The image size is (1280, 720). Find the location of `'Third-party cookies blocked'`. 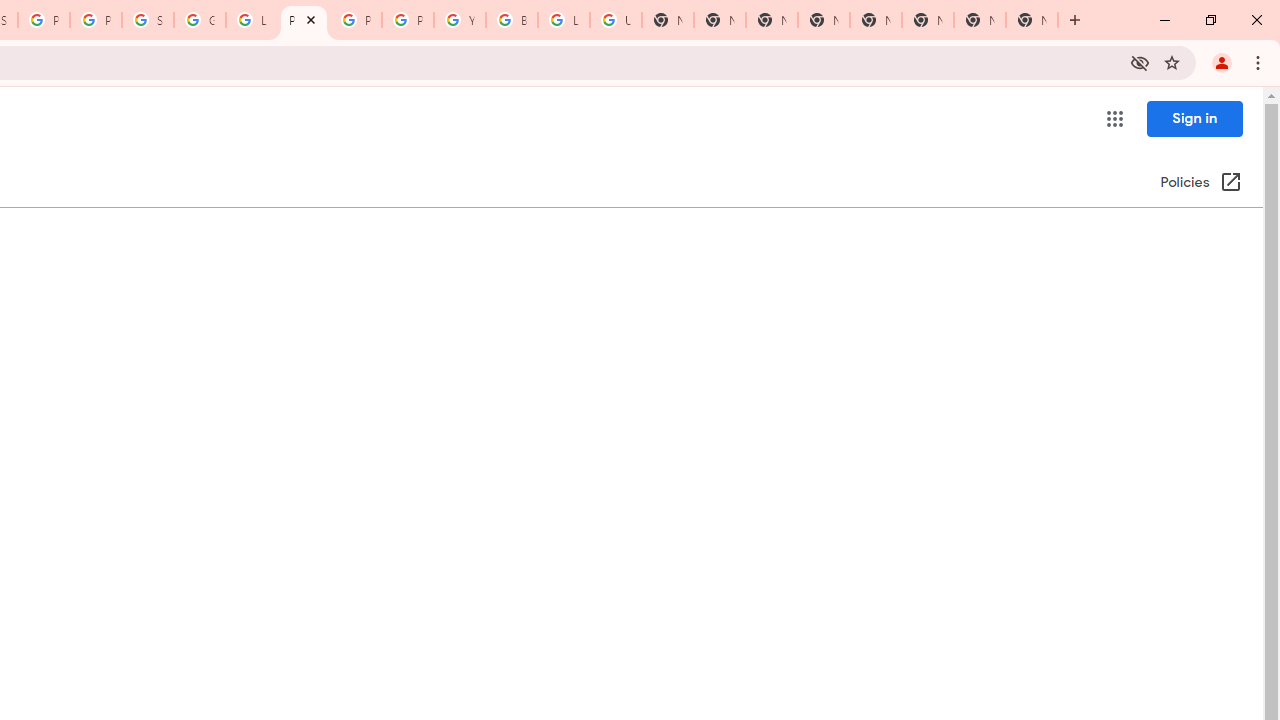

'Third-party cookies blocked' is located at coordinates (1139, 61).